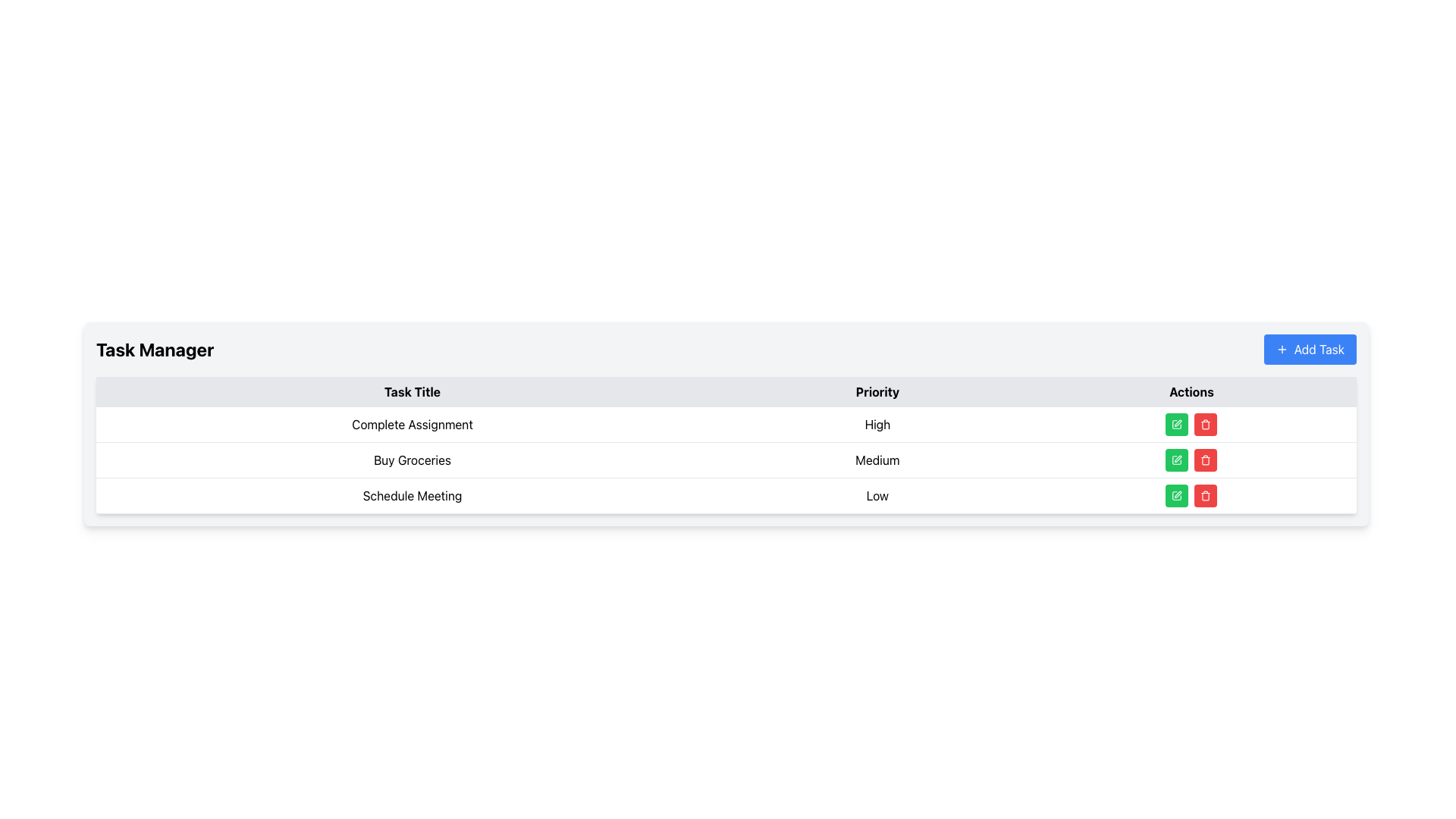 The image size is (1456, 819). I want to click on the red delete button in the action area for the 'Buy Groceries' task, so click(1191, 459).